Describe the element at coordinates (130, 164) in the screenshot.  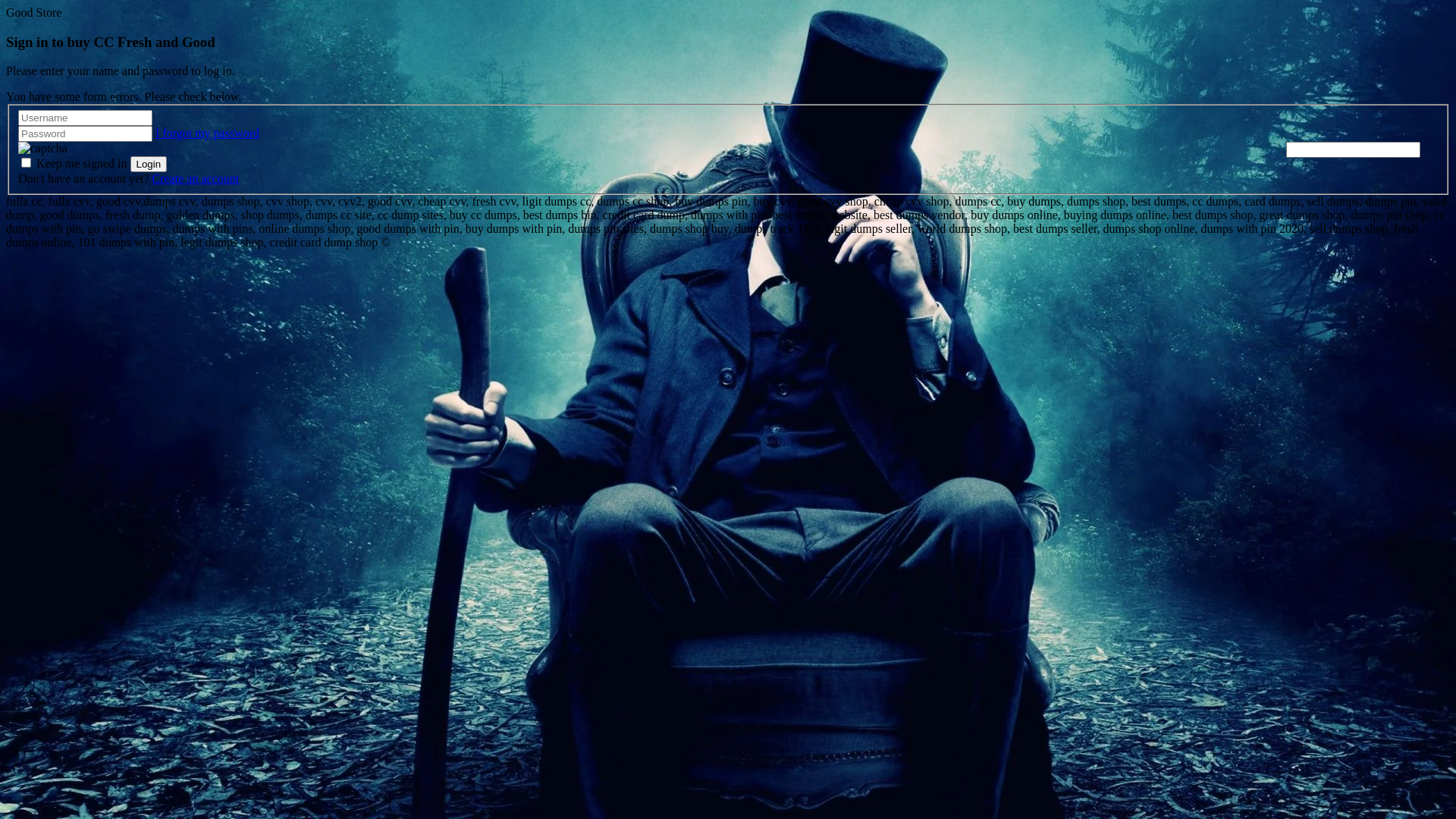
I see `'Login'` at that location.